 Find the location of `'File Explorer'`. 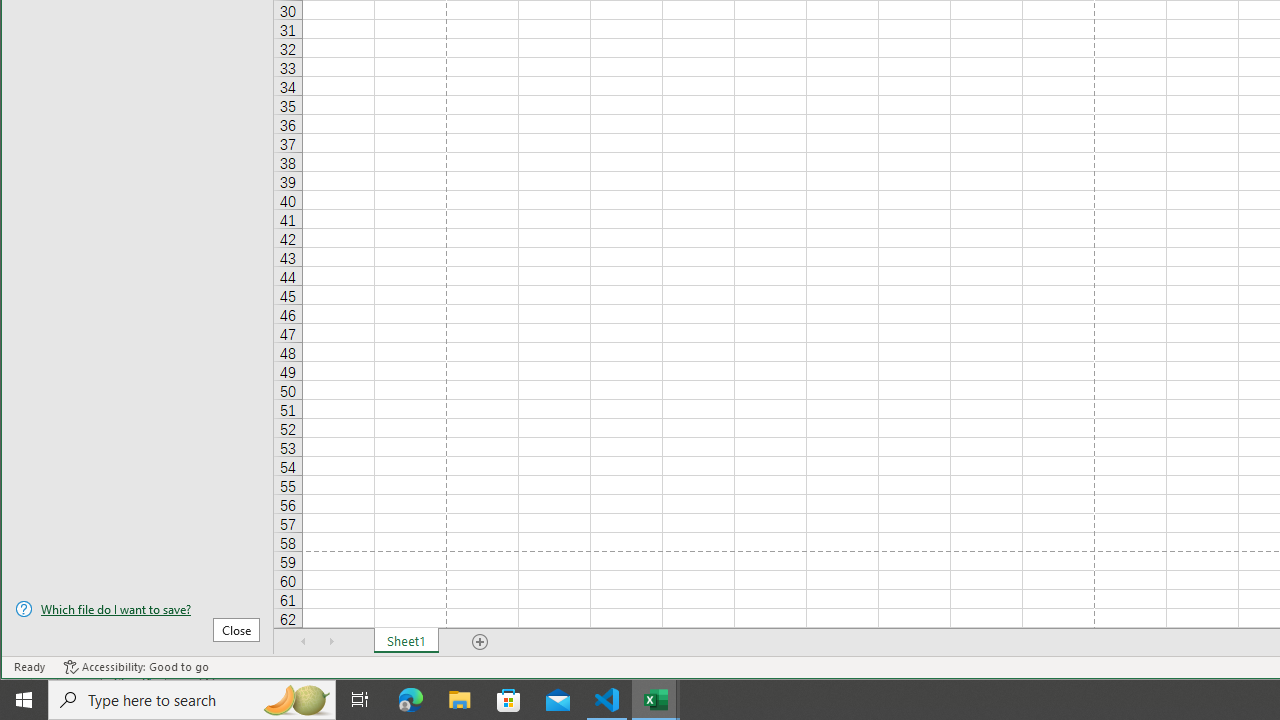

'File Explorer' is located at coordinates (459, 698).